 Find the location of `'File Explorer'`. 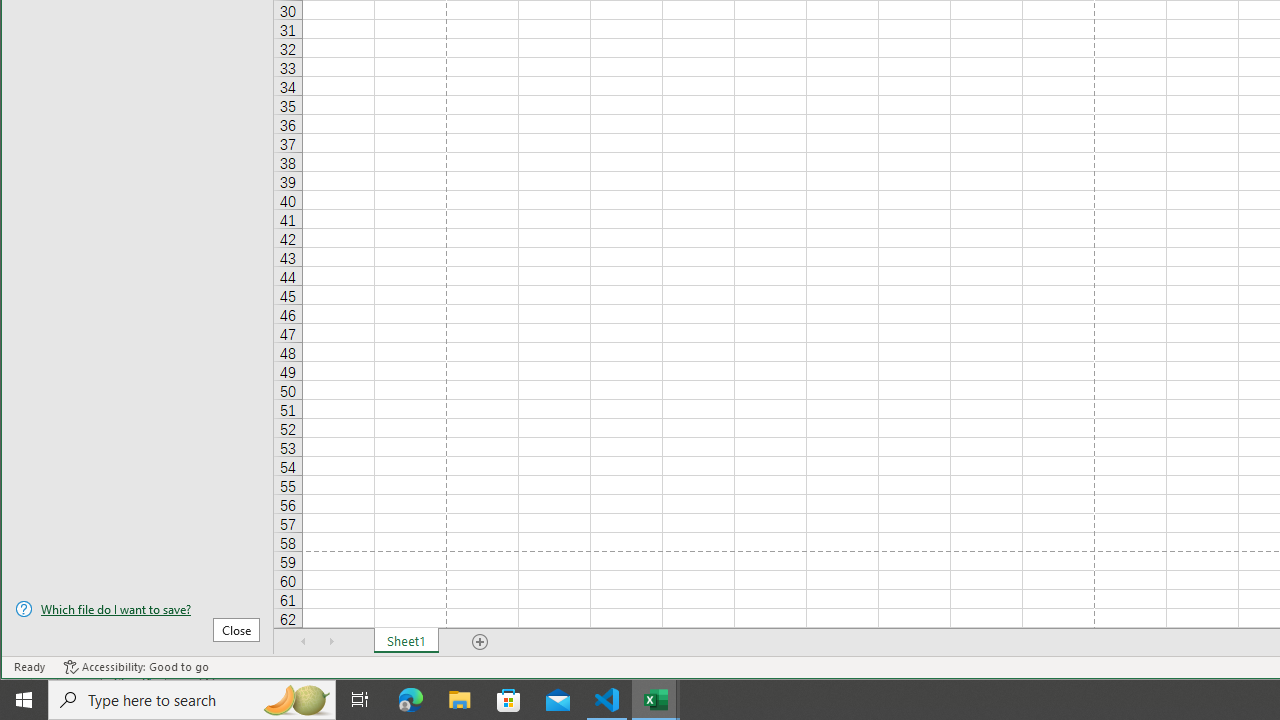

'File Explorer' is located at coordinates (459, 698).